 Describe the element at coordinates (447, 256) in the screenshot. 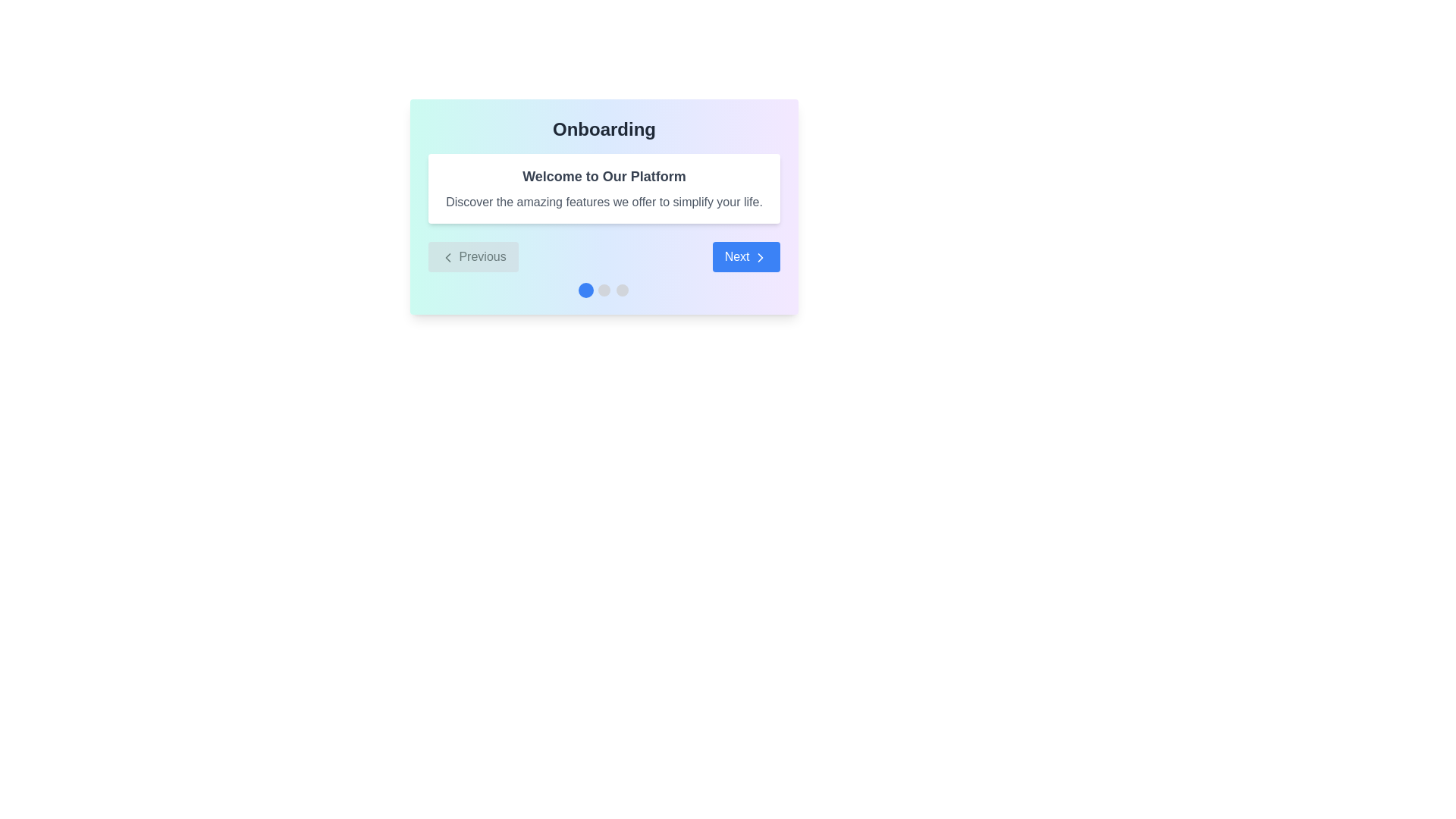

I see `the chevron icon located to the left of the 'Previous' text in the navigation bar at the bottom of the onboarding interface` at that location.